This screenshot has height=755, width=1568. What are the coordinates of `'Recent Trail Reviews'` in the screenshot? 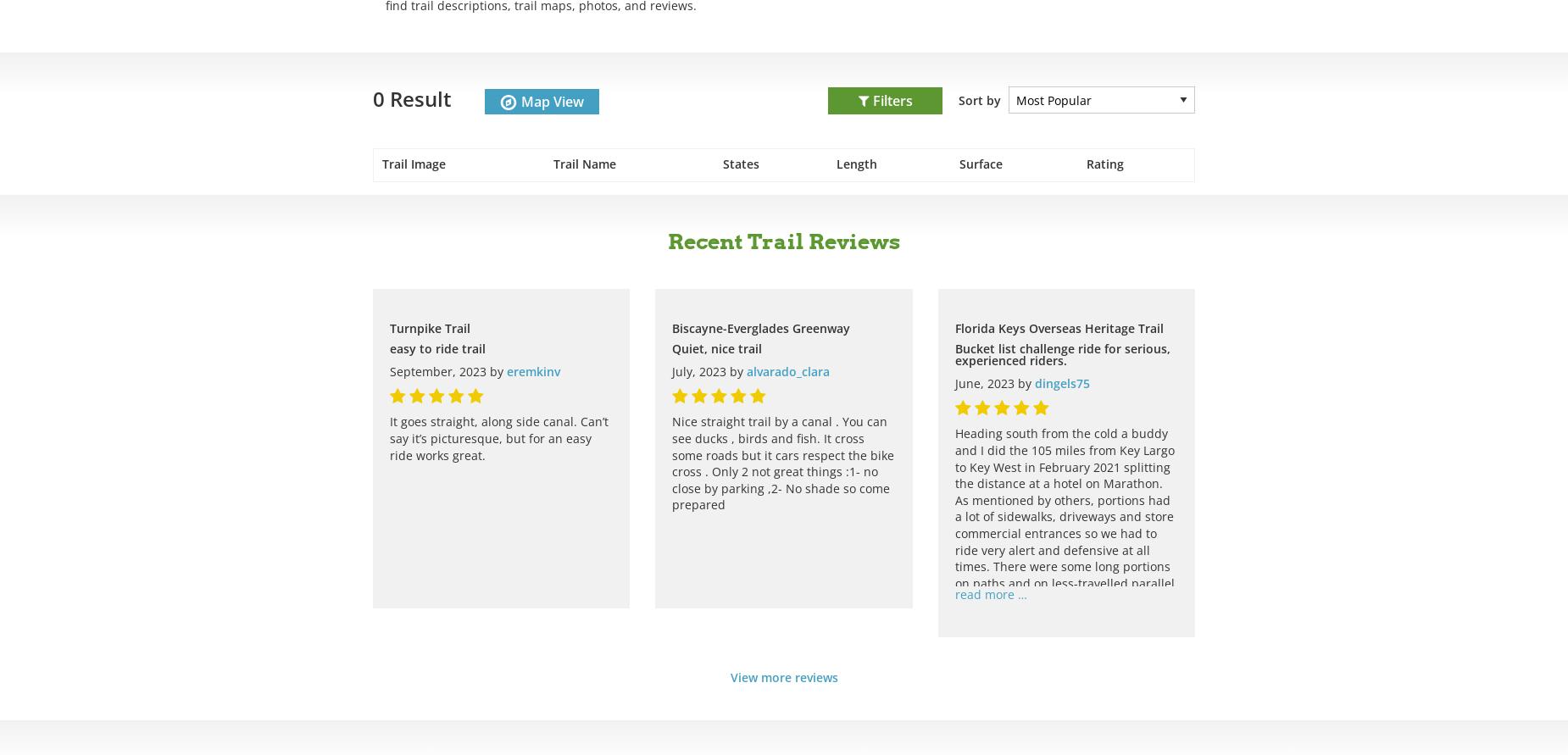 It's located at (667, 239).